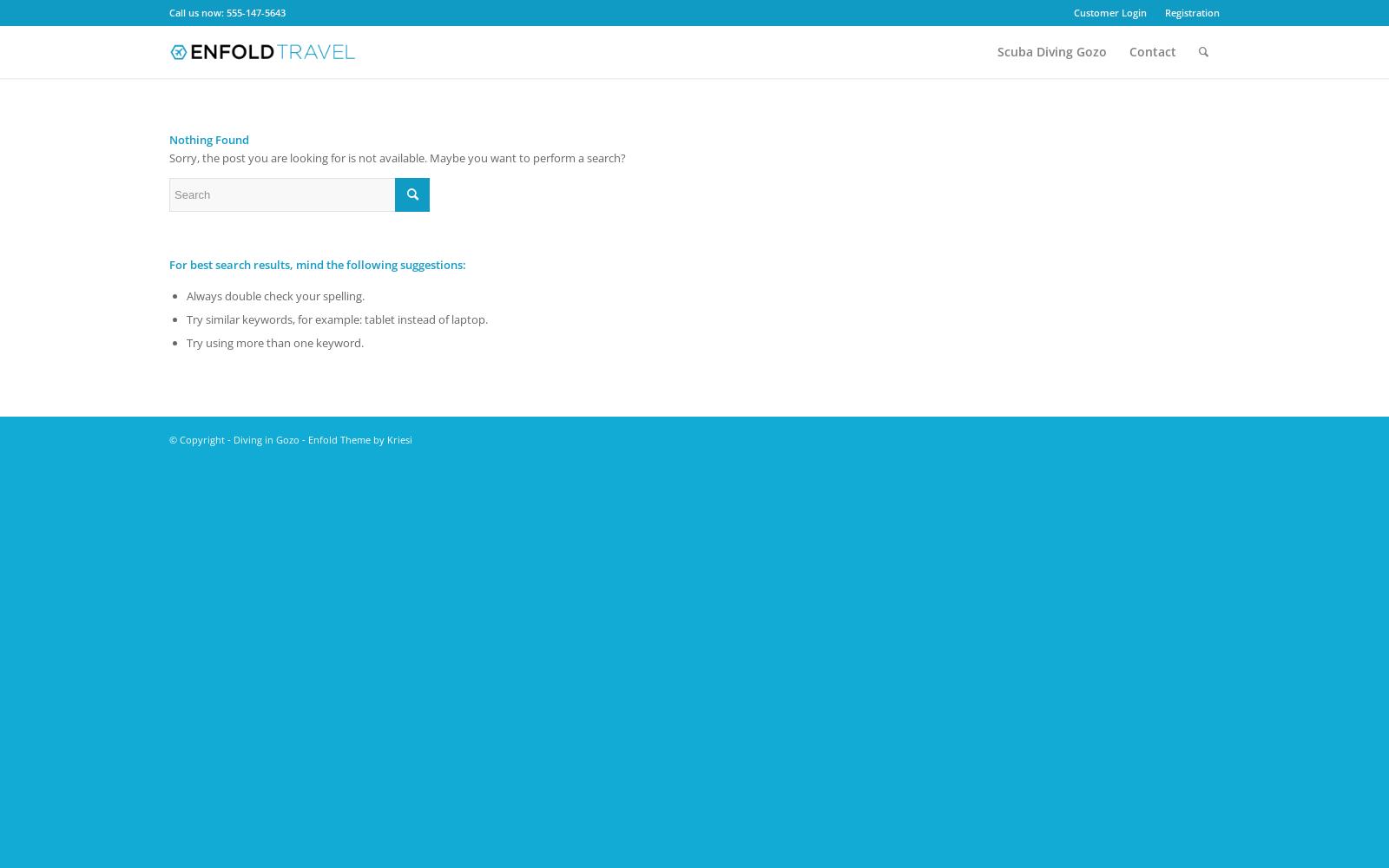 The width and height of the screenshot is (1389, 868). I want to click on 'Call us now: 555-147-5643', so click(168, 12).